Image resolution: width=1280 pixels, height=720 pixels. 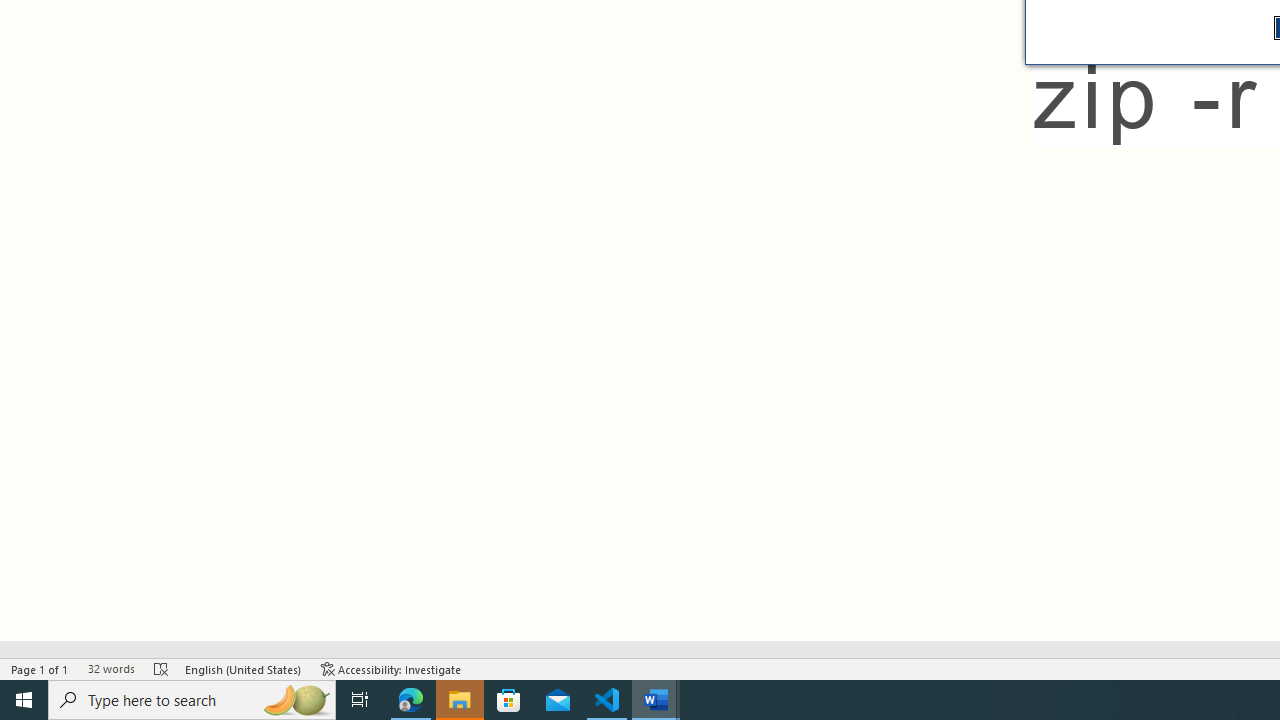 I want to click on 'File Explorer - 1 running window', so click(x=459, y=698).